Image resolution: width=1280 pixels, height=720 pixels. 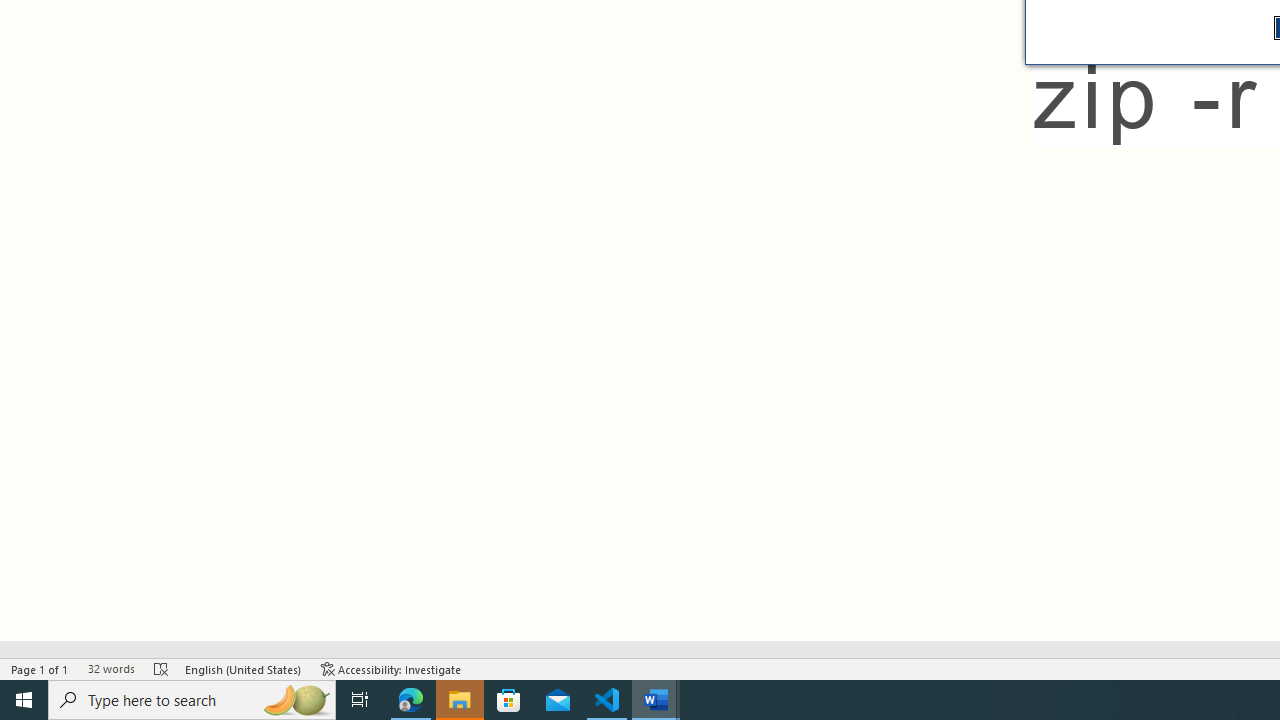 I want to click on 'File Explorer - 1 running window', so click(x=459, y=698).